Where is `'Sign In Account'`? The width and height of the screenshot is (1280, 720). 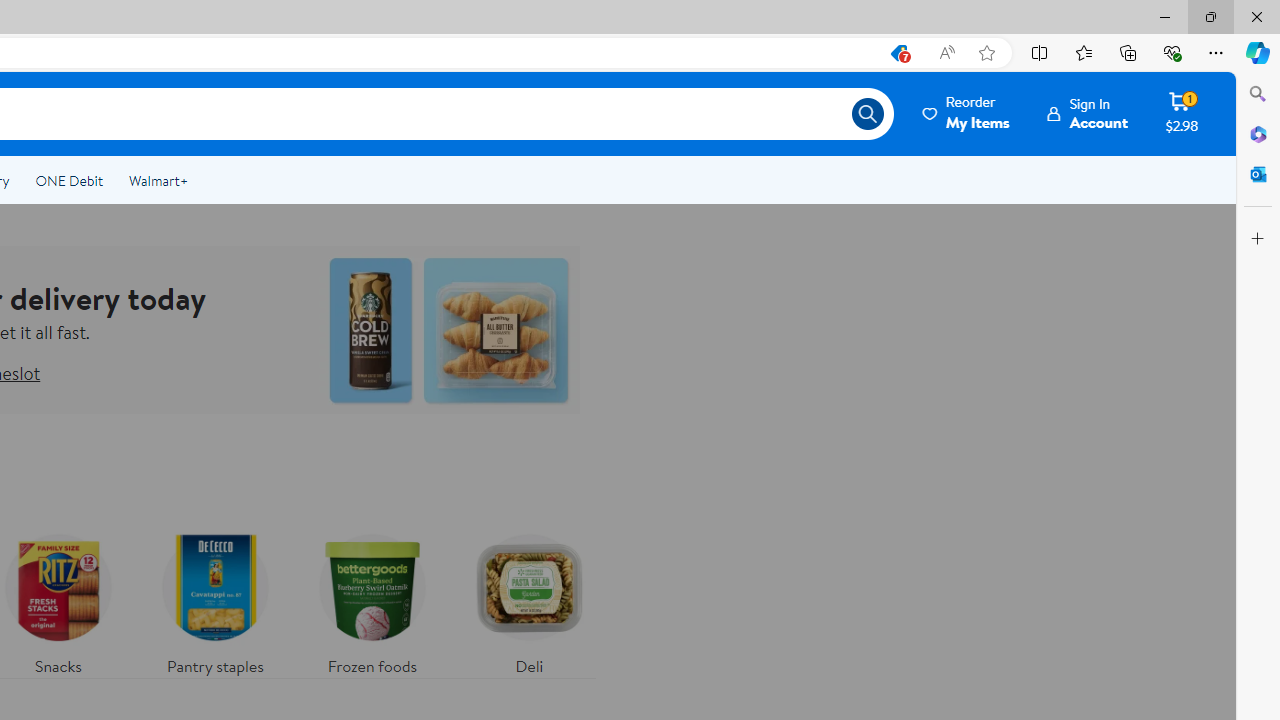
'Sign In Account' is located at coordinates (1087, 113).